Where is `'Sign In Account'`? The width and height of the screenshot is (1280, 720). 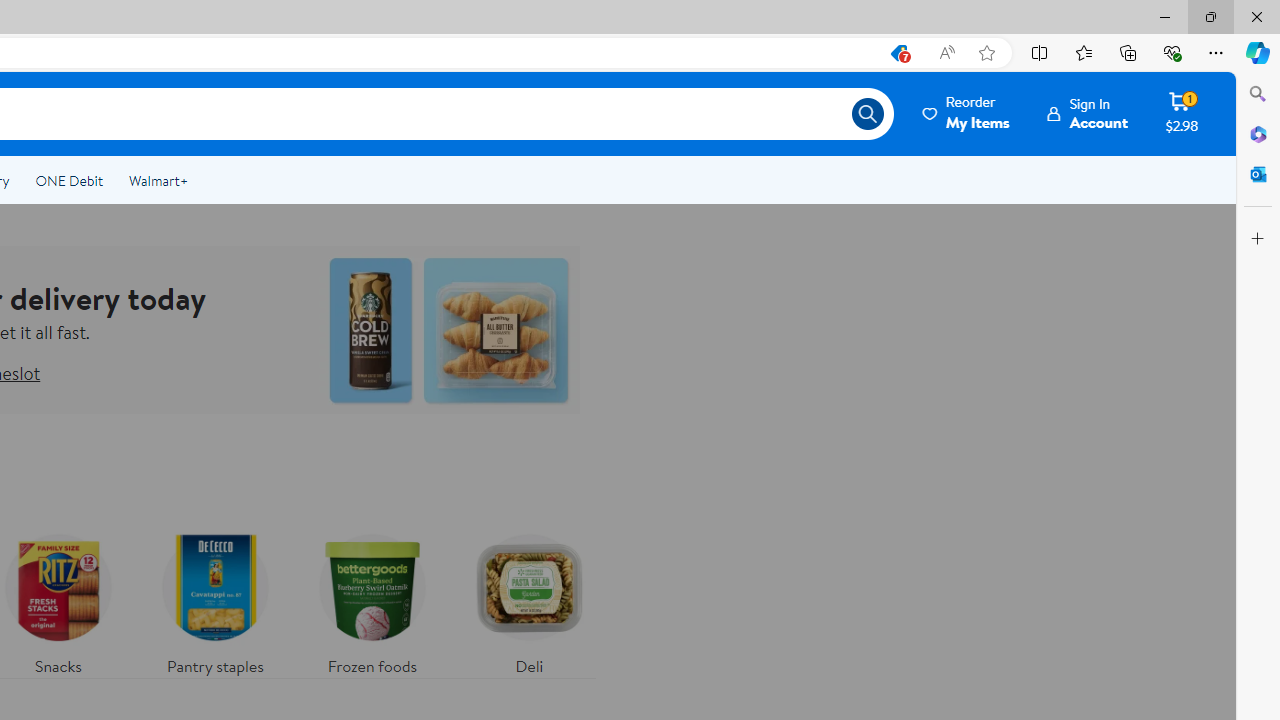
'Sign In Account' is located at coordinates (1087, 113).